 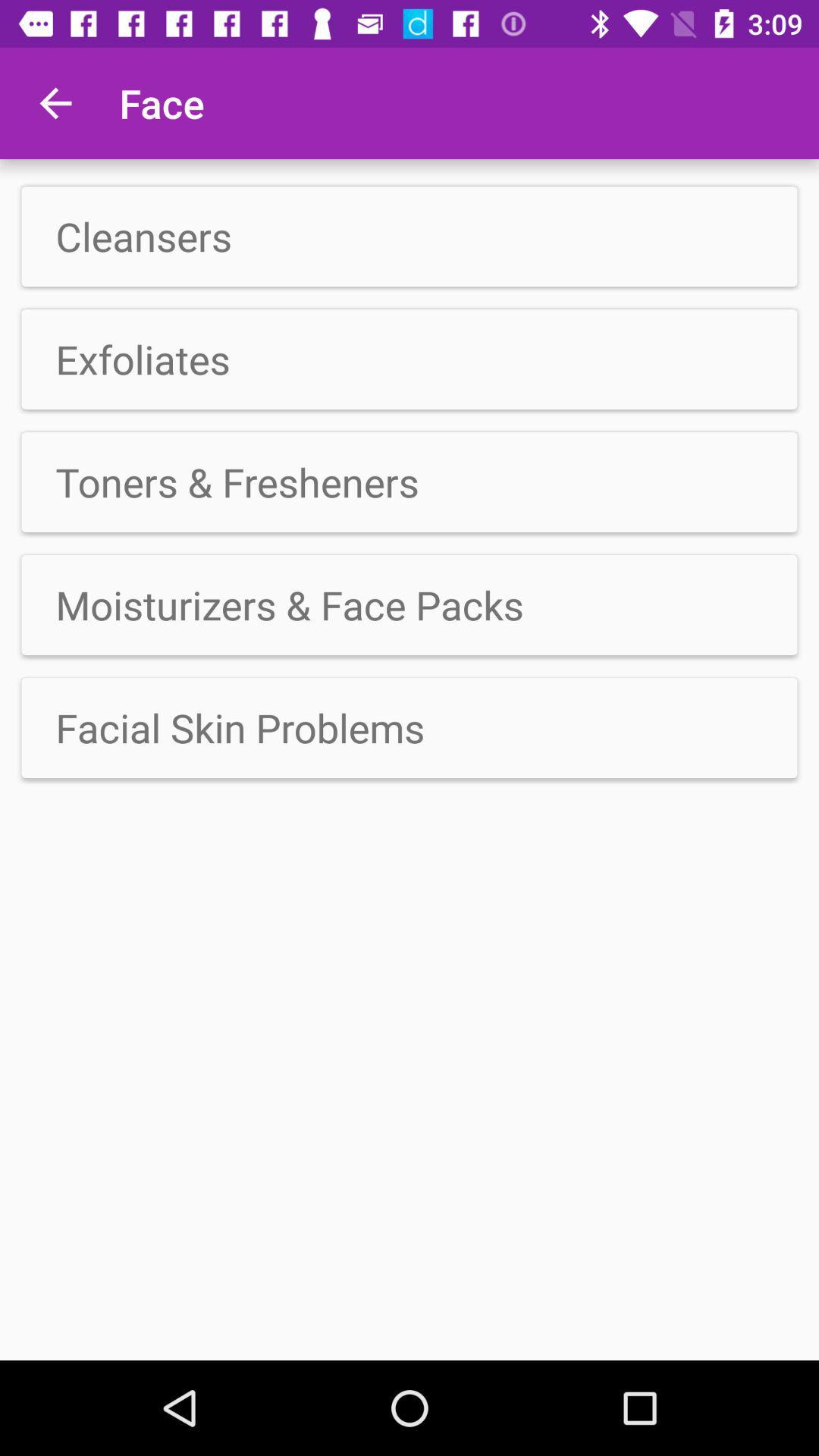 What do you see at coordinates (55, 102) in the screenshot?
I see `the icon next to the face app` at bounding box center [55, 102].